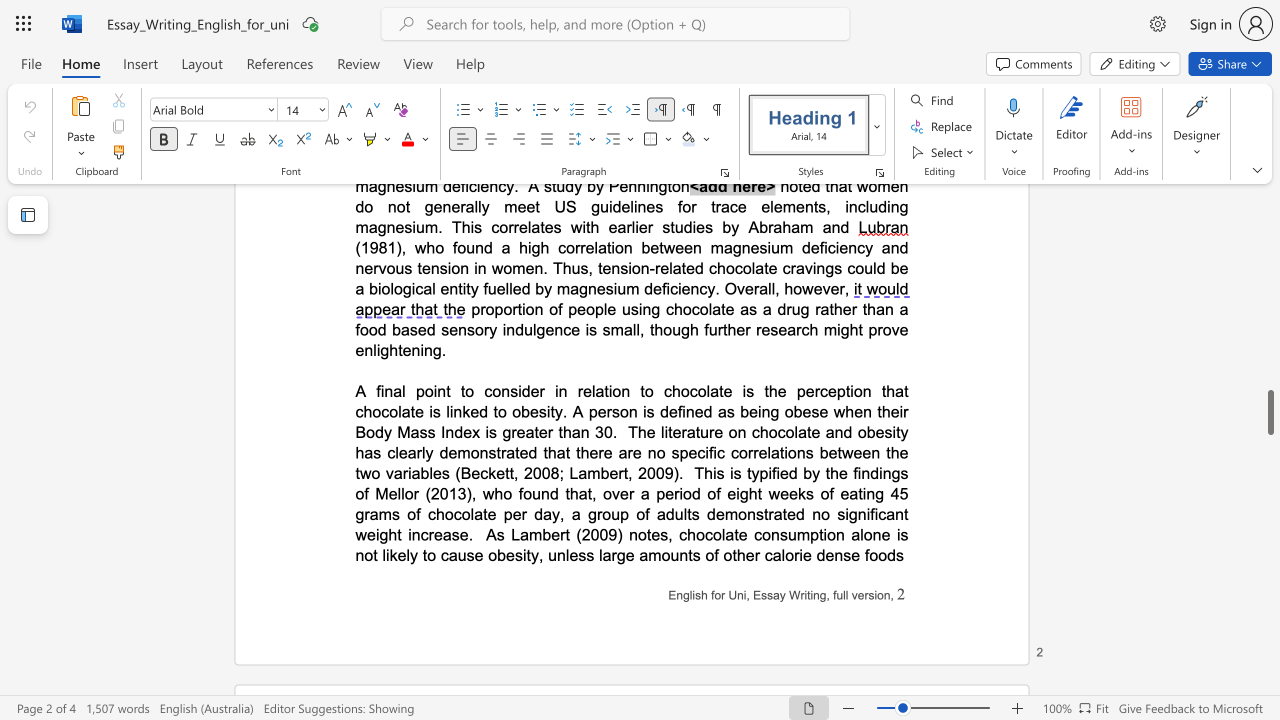  What do you see at coordinates (1269, 248) in the screenshot?
I see `the scrollbar to move the content higher` at bounding box center [1269, 248].